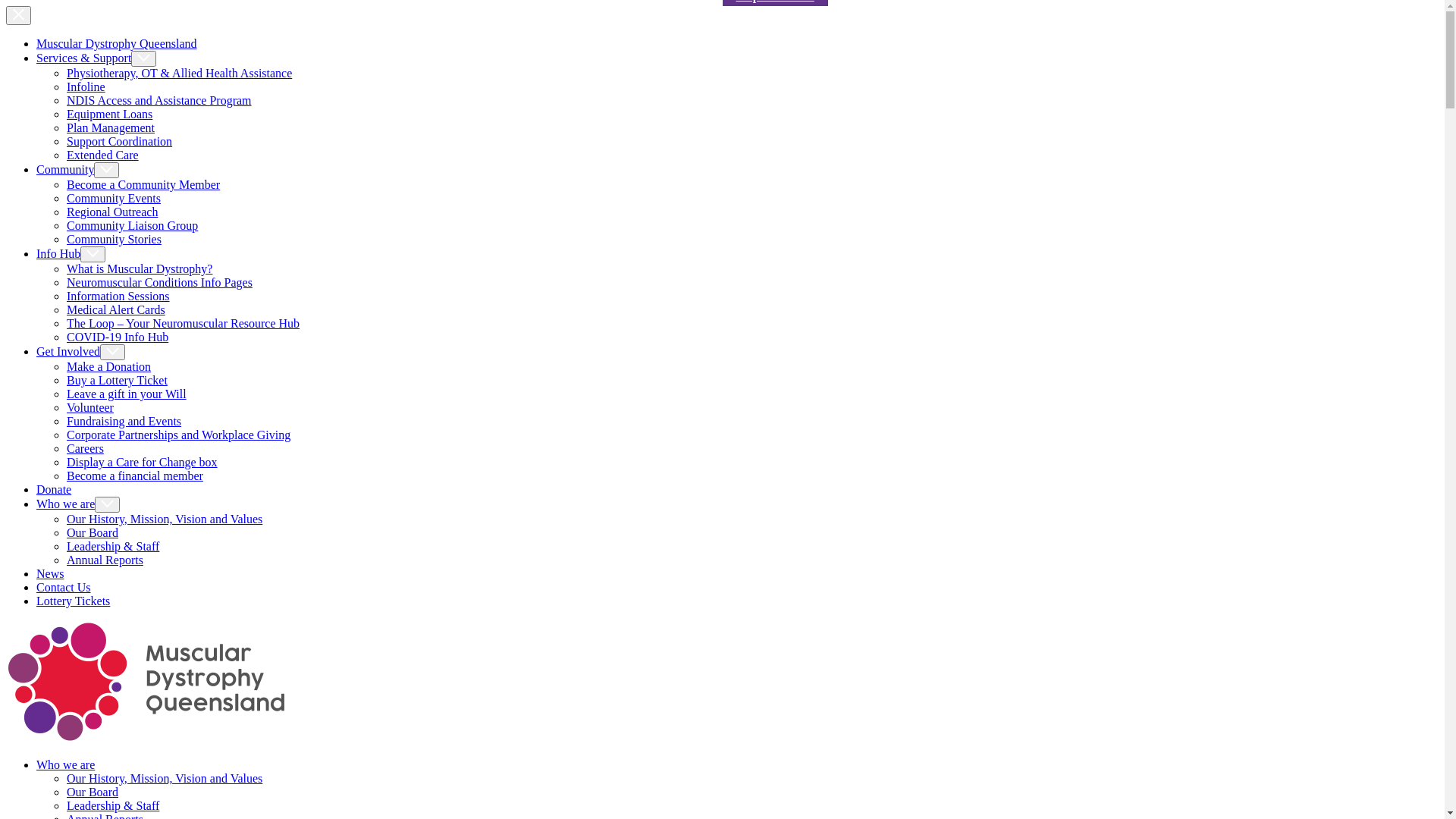 This screenshot has height=819, width=1456. Describe the element at coordinates (159, 100) in the screenshot. I see `'NDIS Access and Assistance Program'` at that location.